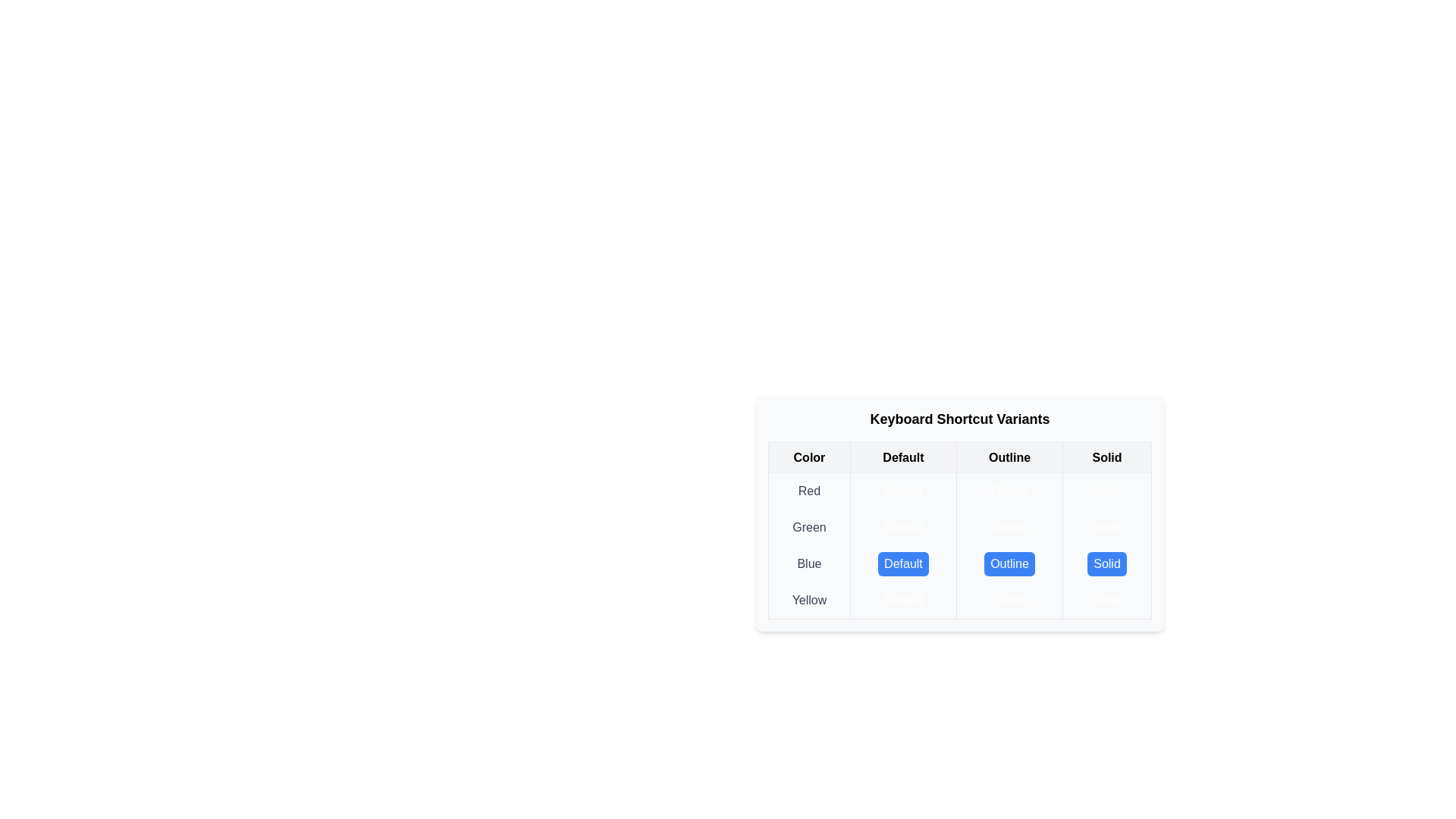 The image size is (1456, 819). I want to click on the rectangular 'Outline' button with white text on a blue background, located in the third column of the 'Blue' row, so click(1009, 564).